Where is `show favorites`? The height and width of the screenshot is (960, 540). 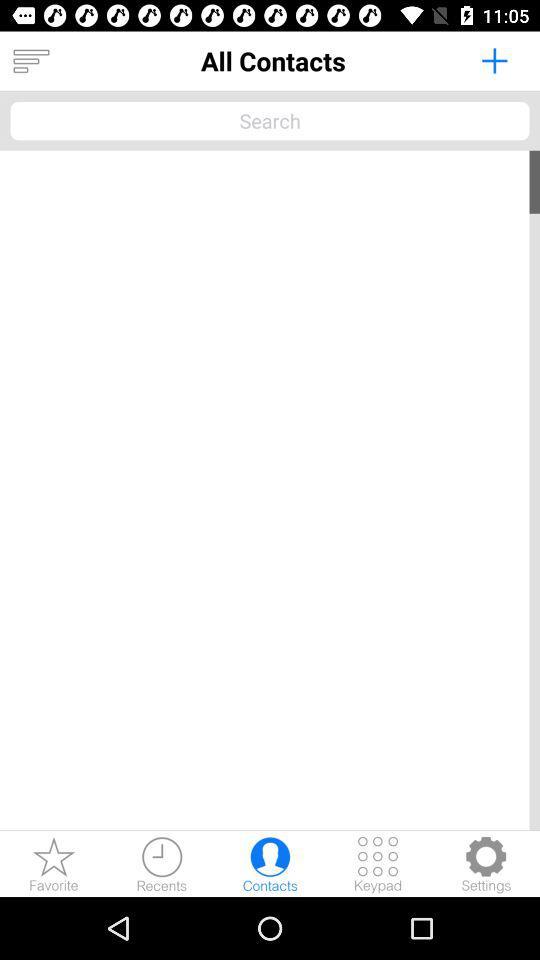
show favorites is located at coordinates (54, 863).